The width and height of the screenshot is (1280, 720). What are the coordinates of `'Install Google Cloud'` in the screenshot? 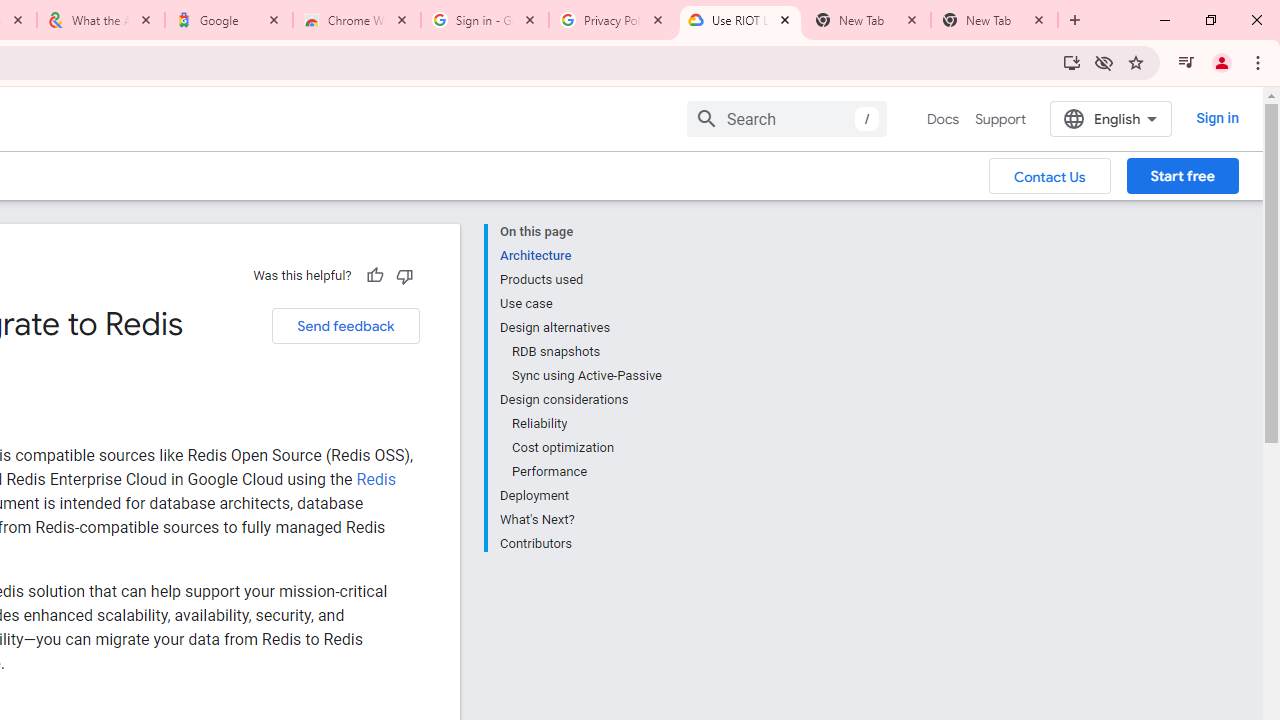 It's located at (1071, 61).